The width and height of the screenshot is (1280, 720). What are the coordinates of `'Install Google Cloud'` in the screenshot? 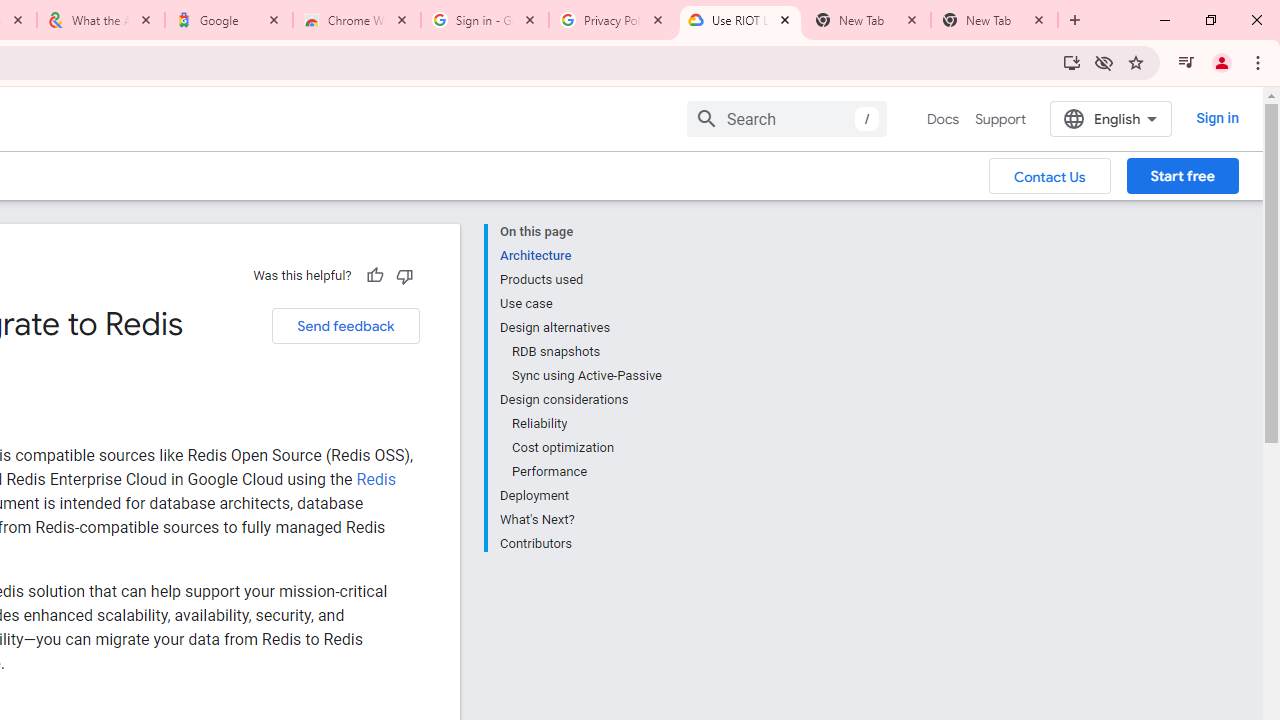 It's located at (1071, 61).